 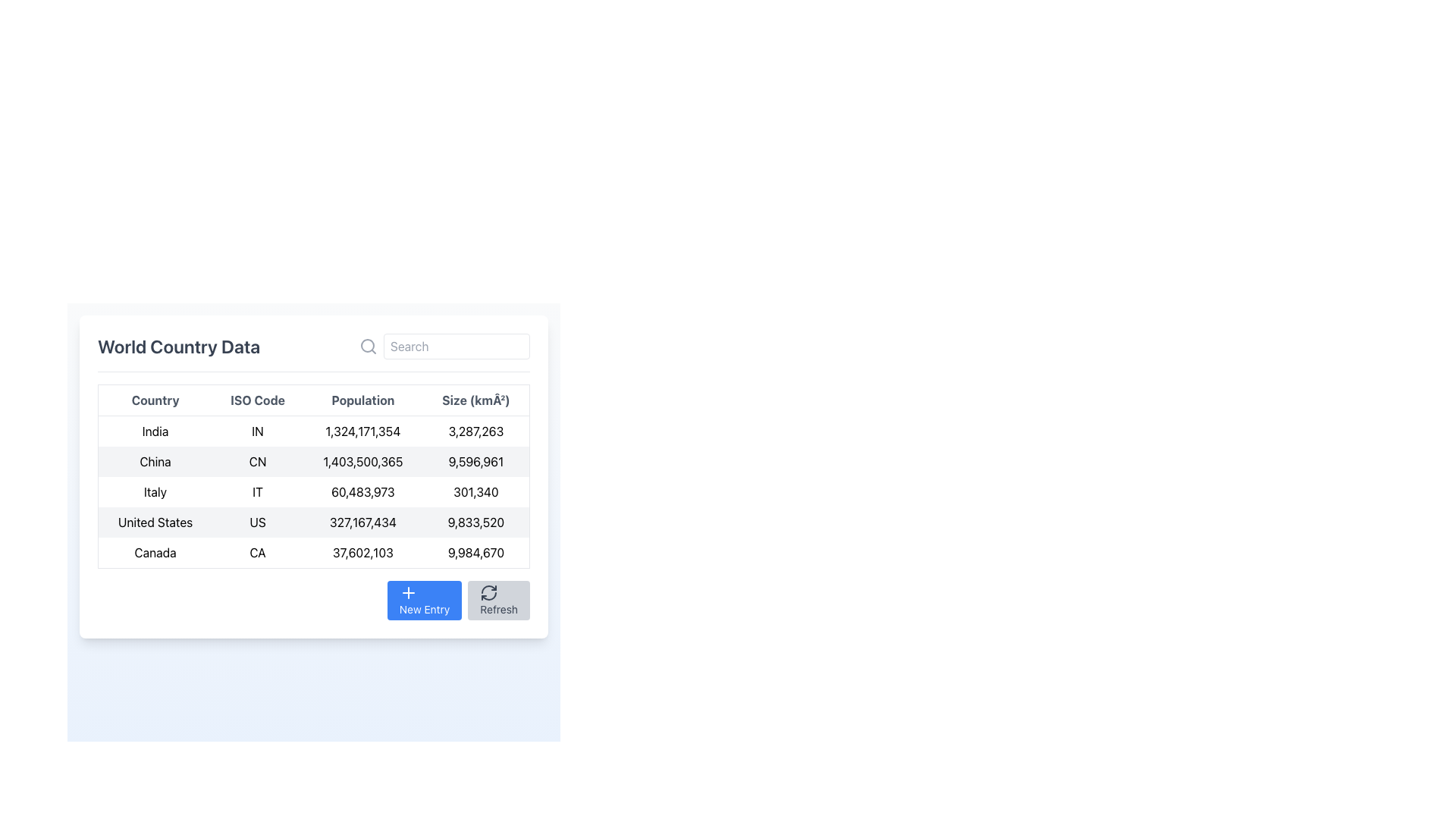 I want to click on the table cell containing the text 'Canada' in the first column of the fifth row under the 'Country' column of the 'World Country Data' table, so click(x=155, y=553).